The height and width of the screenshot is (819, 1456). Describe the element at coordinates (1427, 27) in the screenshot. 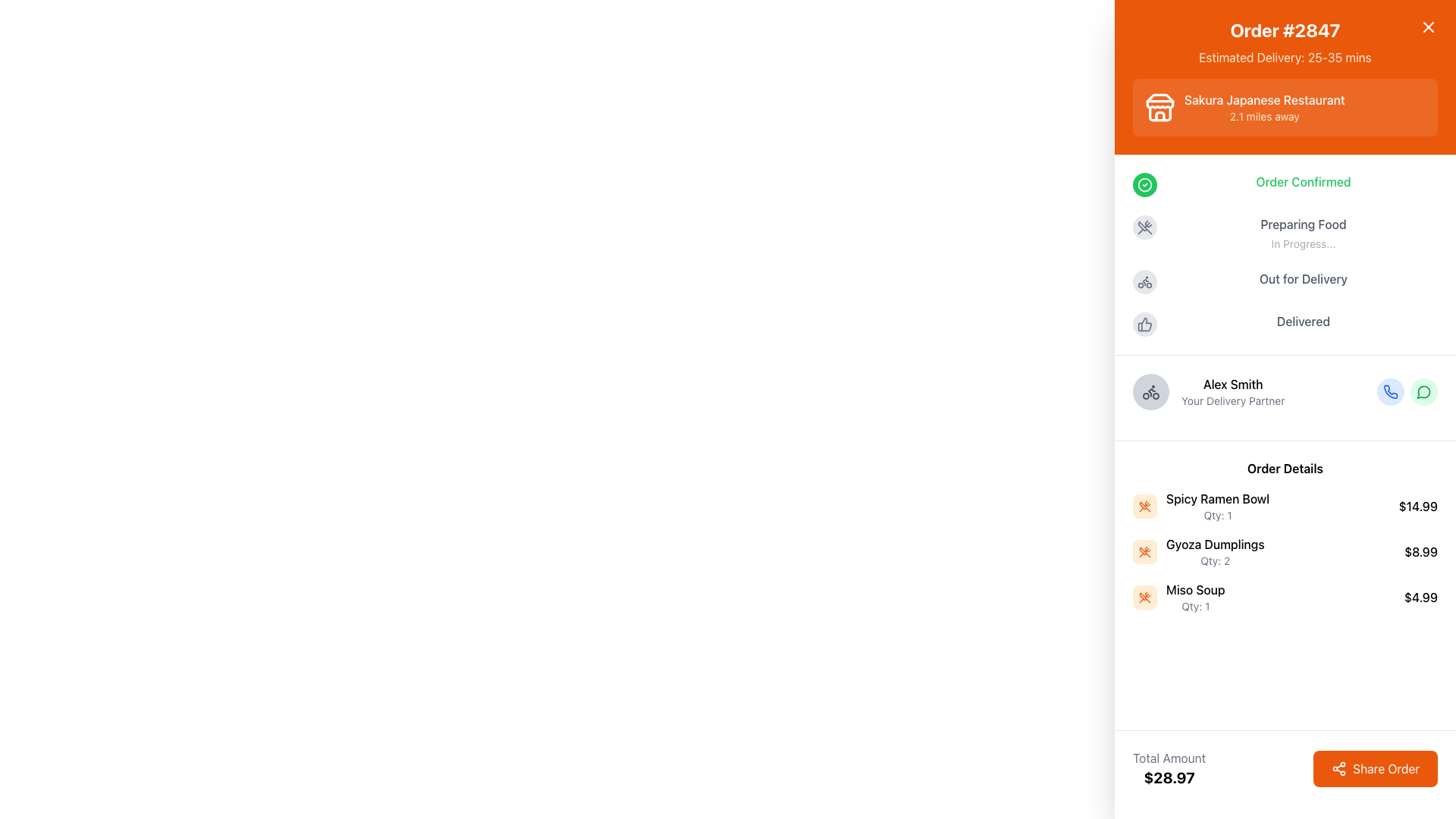

I see `the close icon button located in the top-right corner of the orange header titled 'Order #2847'` at that location.